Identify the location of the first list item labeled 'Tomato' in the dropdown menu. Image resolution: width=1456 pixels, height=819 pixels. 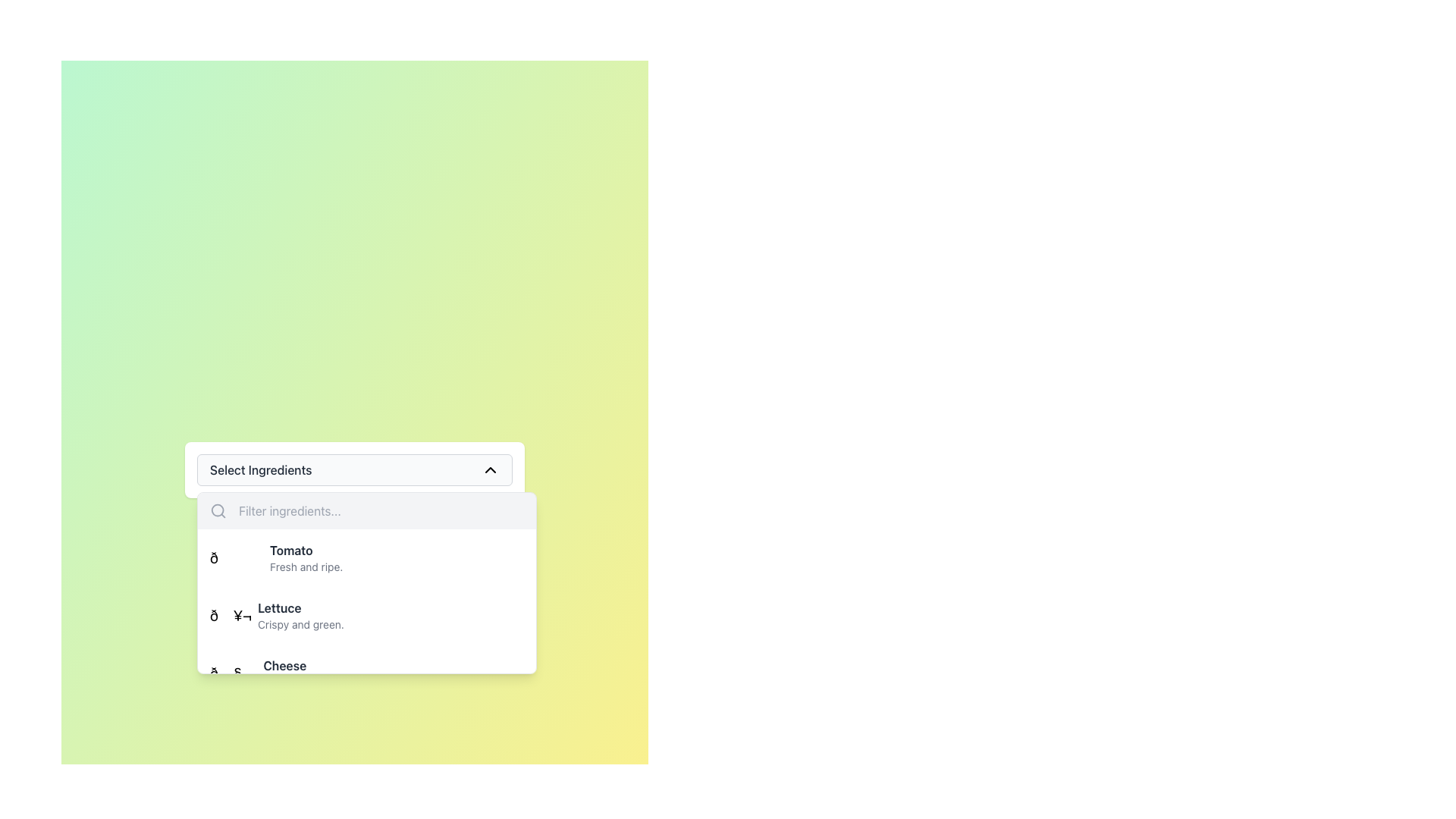
(367, 558).